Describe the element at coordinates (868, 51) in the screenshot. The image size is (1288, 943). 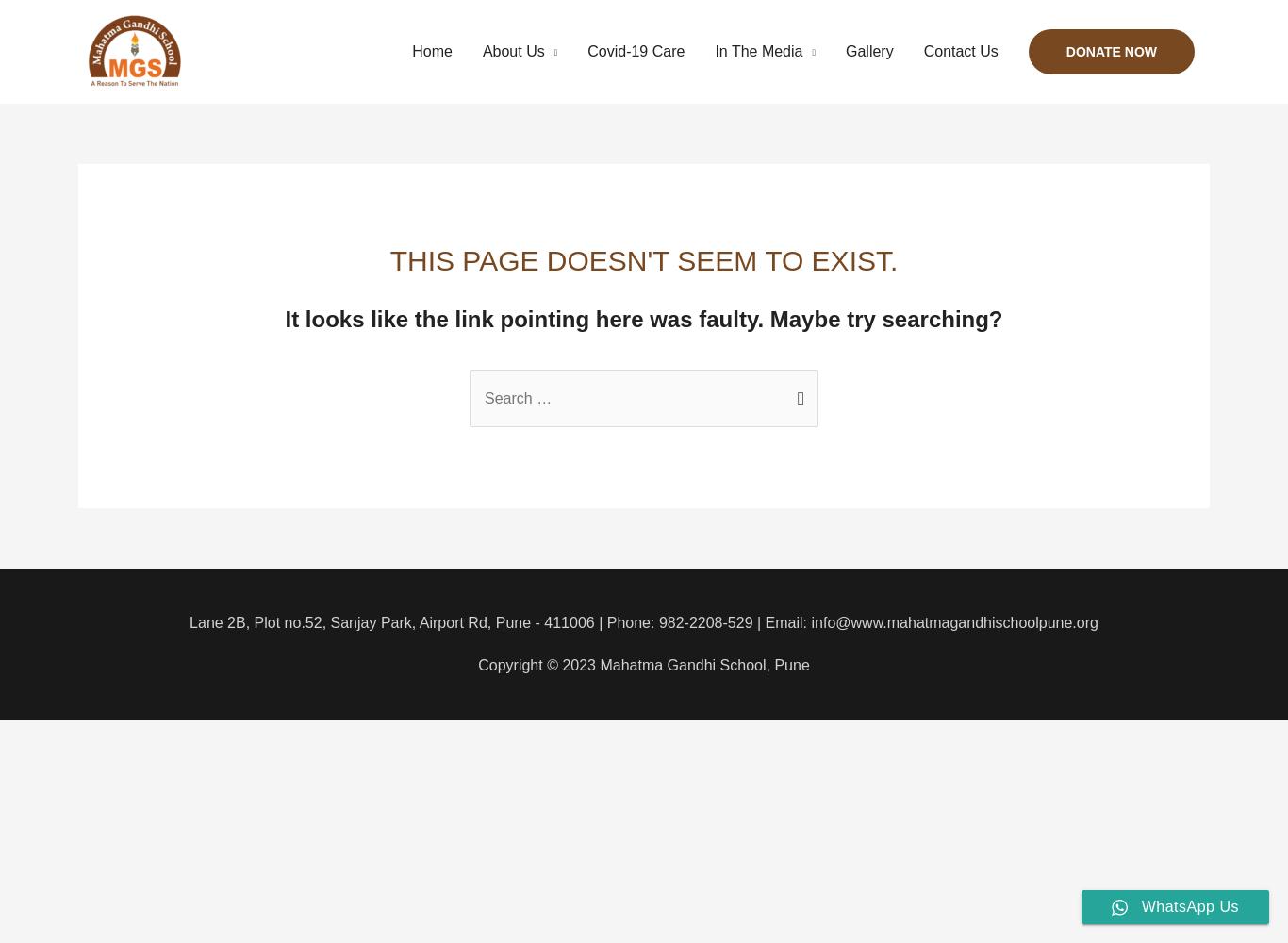
I see `'Gallery'` at that location.